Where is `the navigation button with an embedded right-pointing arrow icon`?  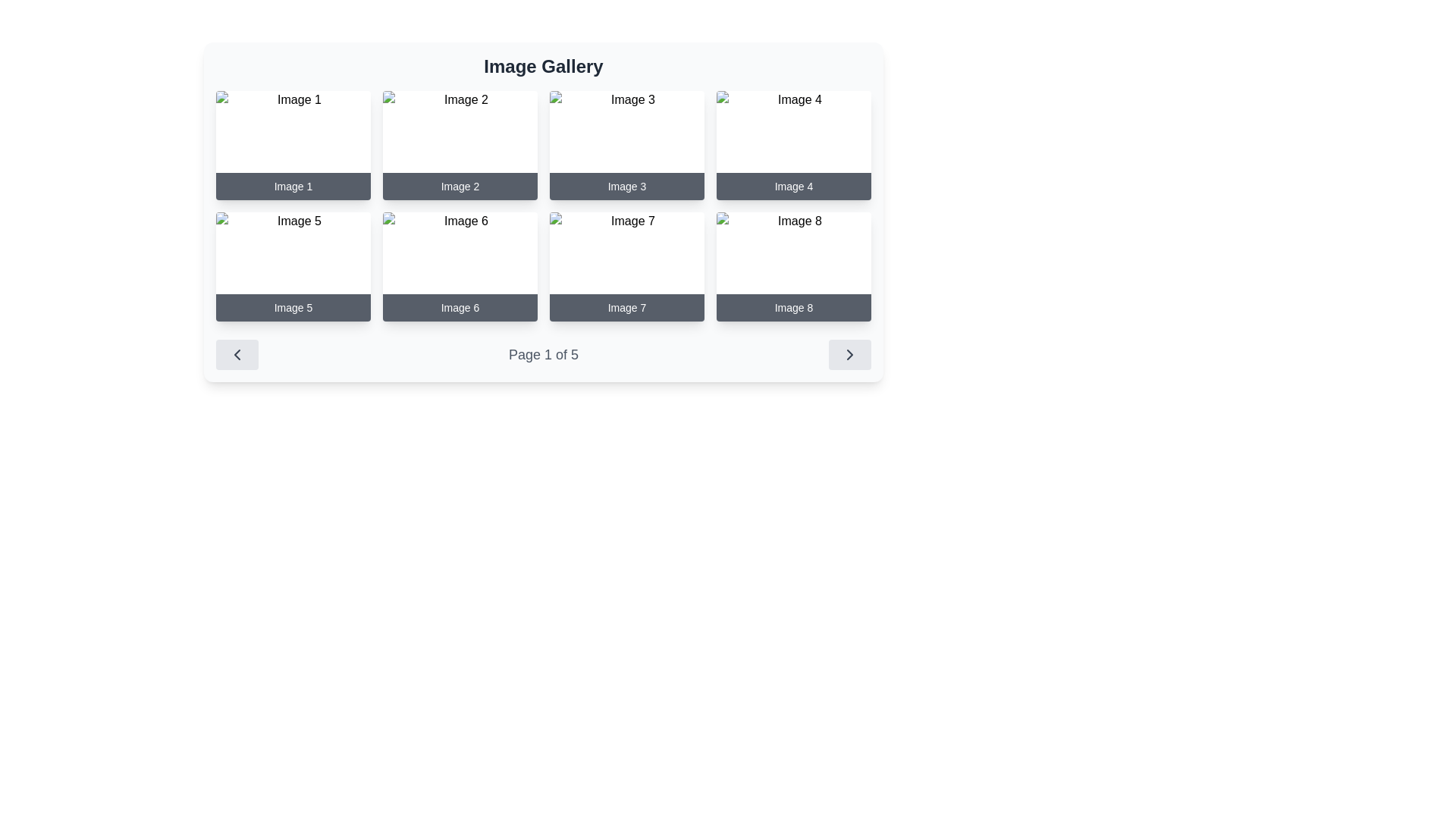
the navigation button with an embedded right-pointing arrow icon is located at coordinates (850, 354).